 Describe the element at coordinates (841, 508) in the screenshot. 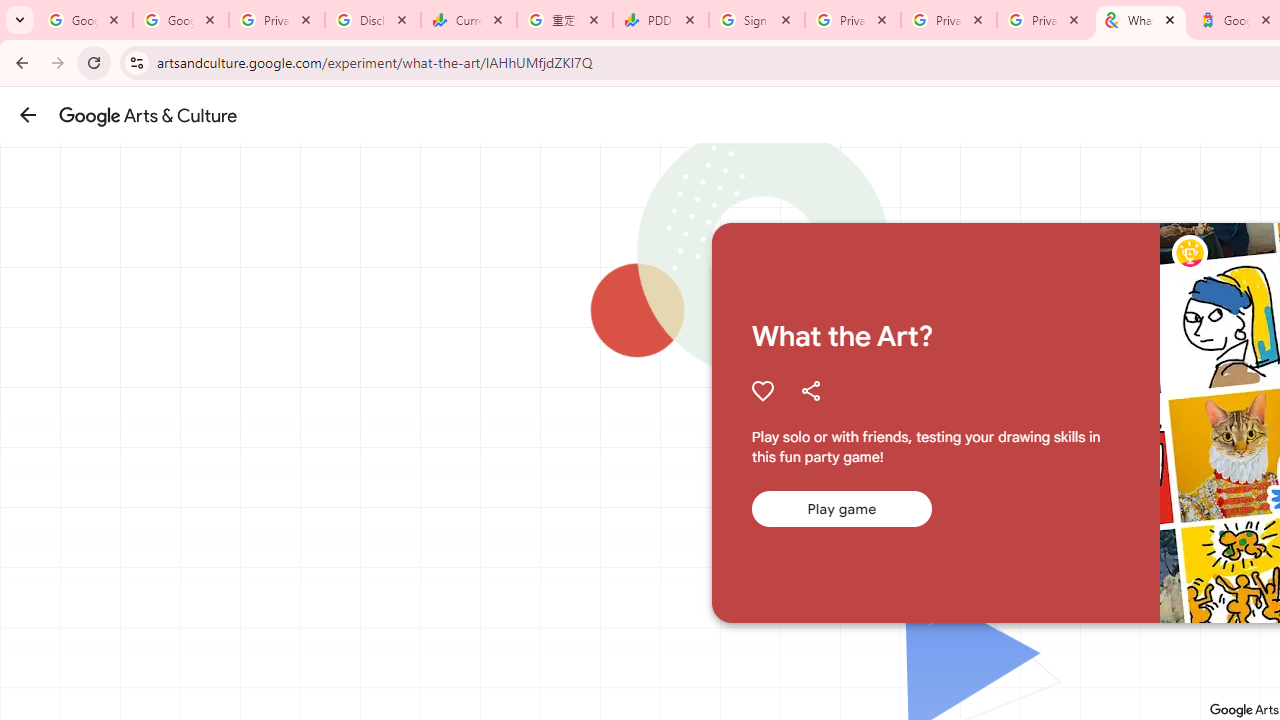

I see `'Play game'` at that location.